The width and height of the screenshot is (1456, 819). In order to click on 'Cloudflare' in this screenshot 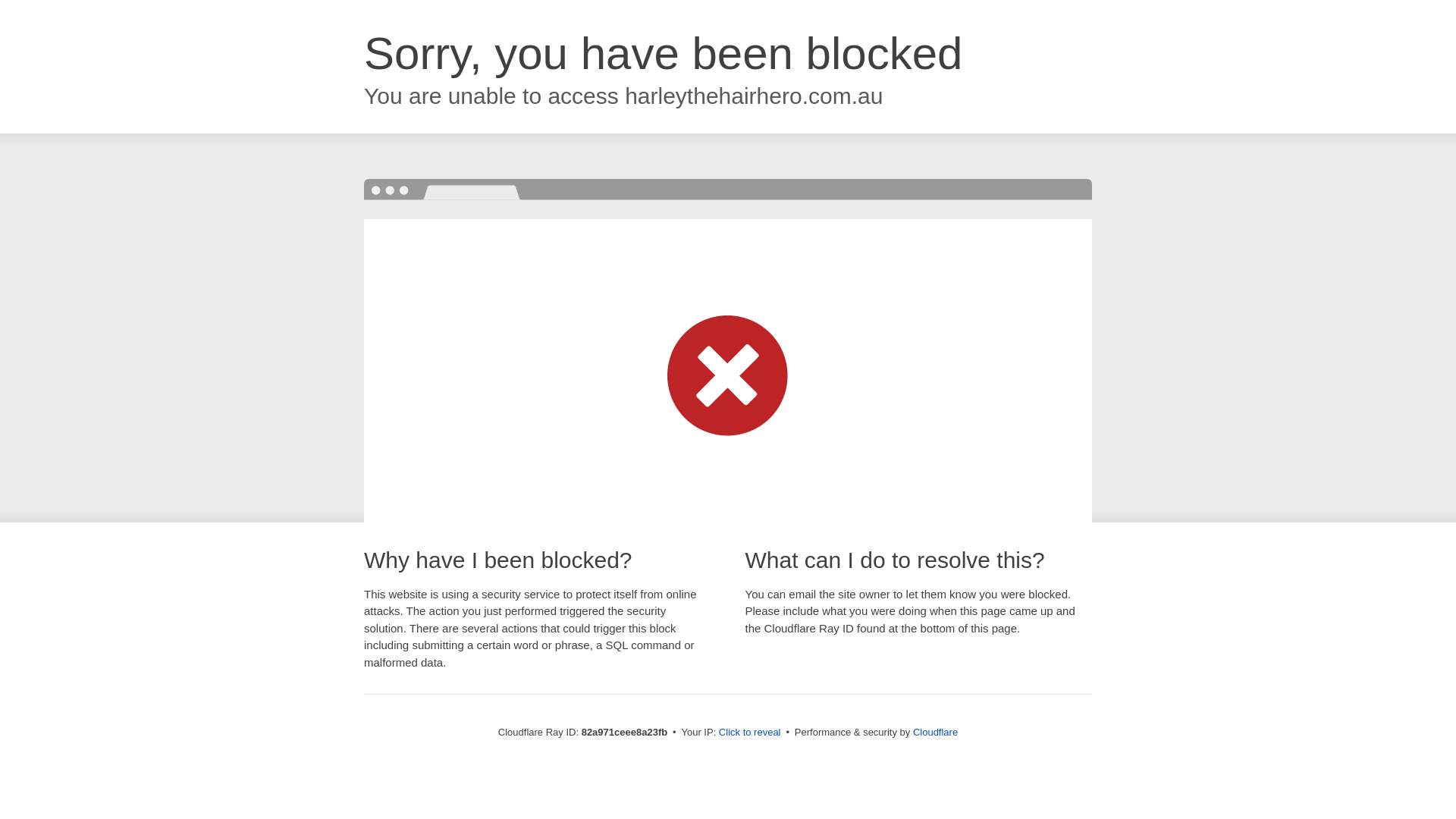, I will do `click(934, 731)`.